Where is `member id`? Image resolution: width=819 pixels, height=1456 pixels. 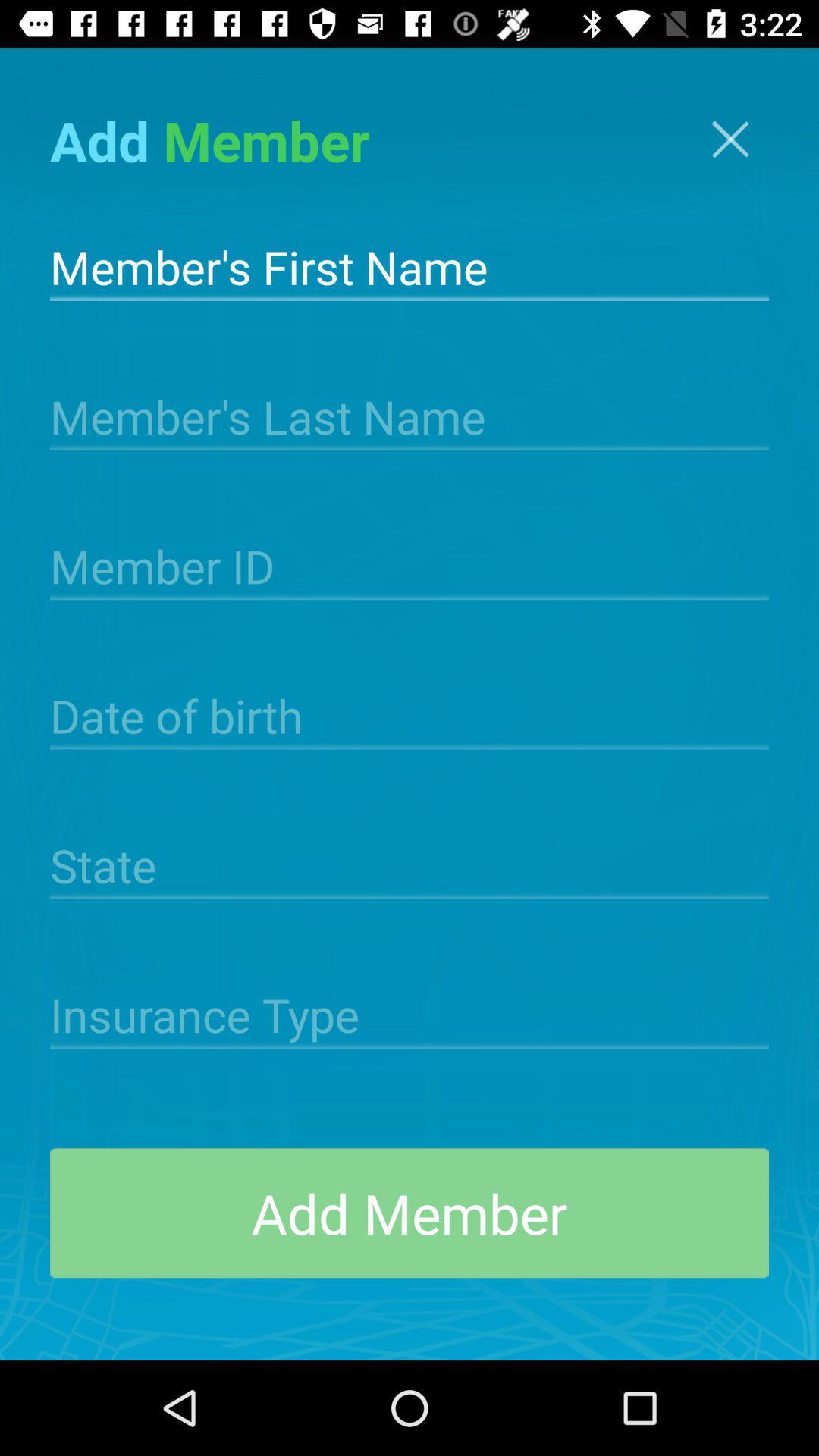
member id is located at coordinates (409, 564).